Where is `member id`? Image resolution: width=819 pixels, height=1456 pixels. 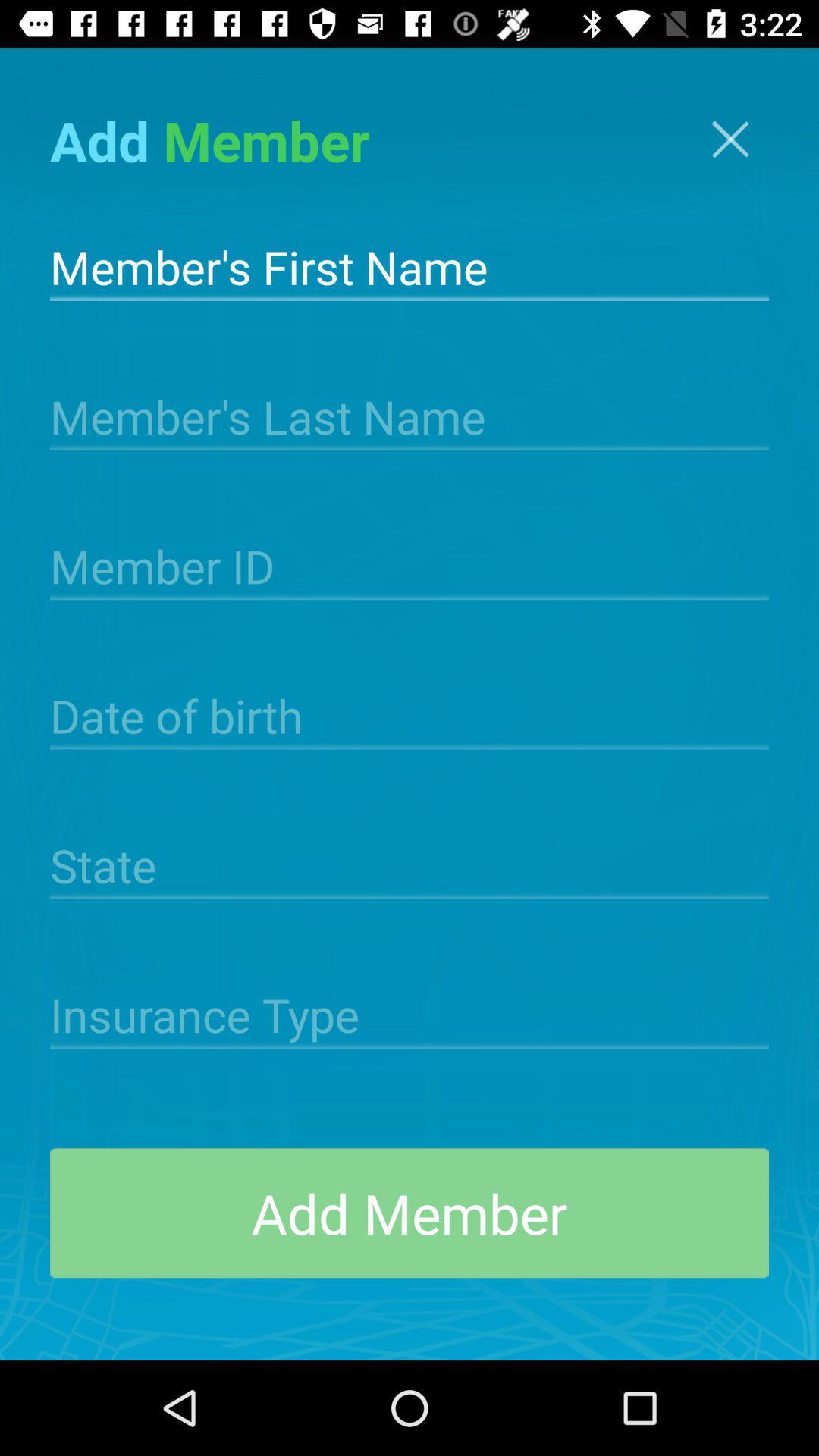
member id is located at coordinates (409, 564).